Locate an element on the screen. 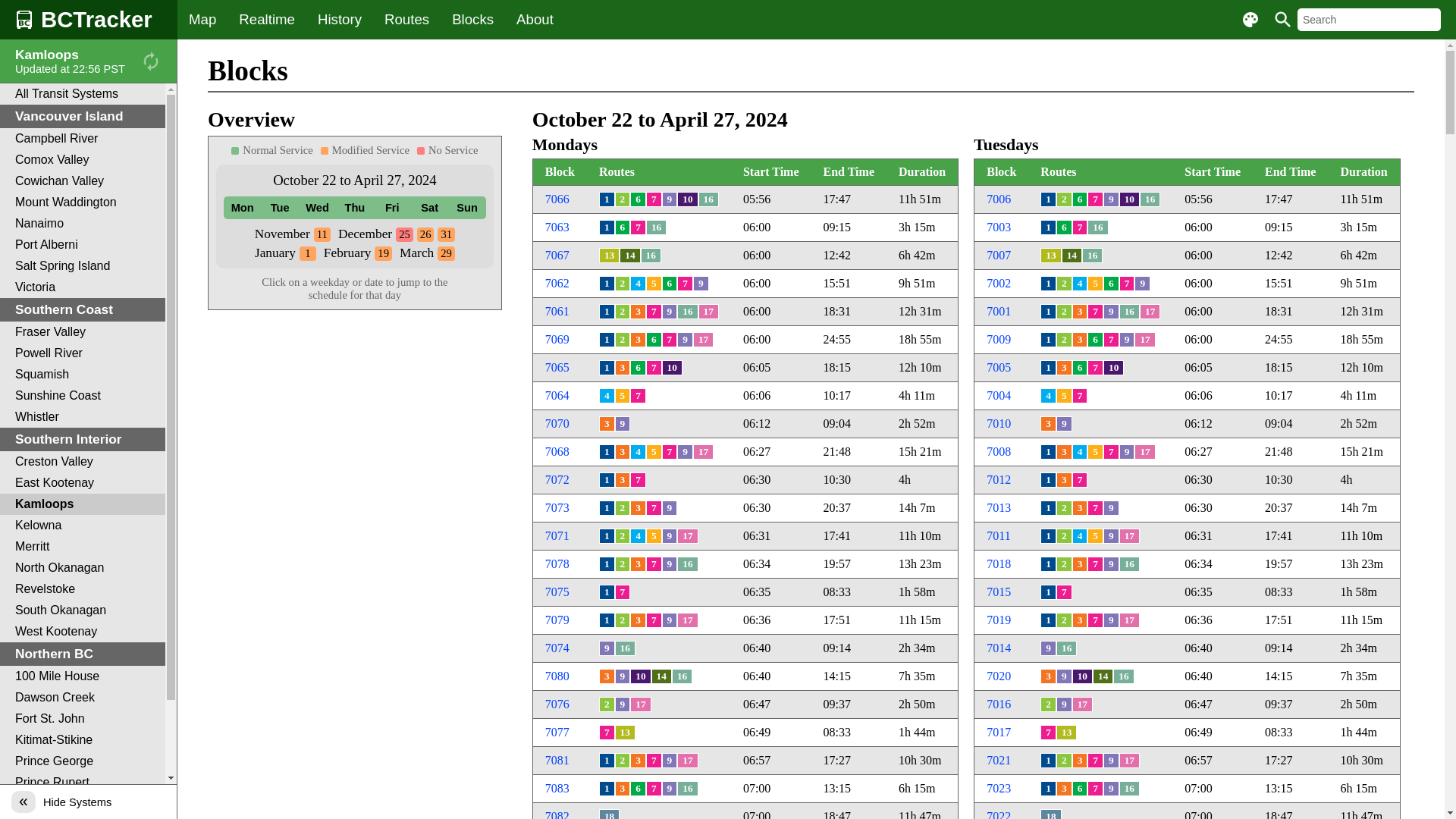 Image resolution: width=1456 pixels, height=819 pixels. '3' is located at coordinates (1055, 788).